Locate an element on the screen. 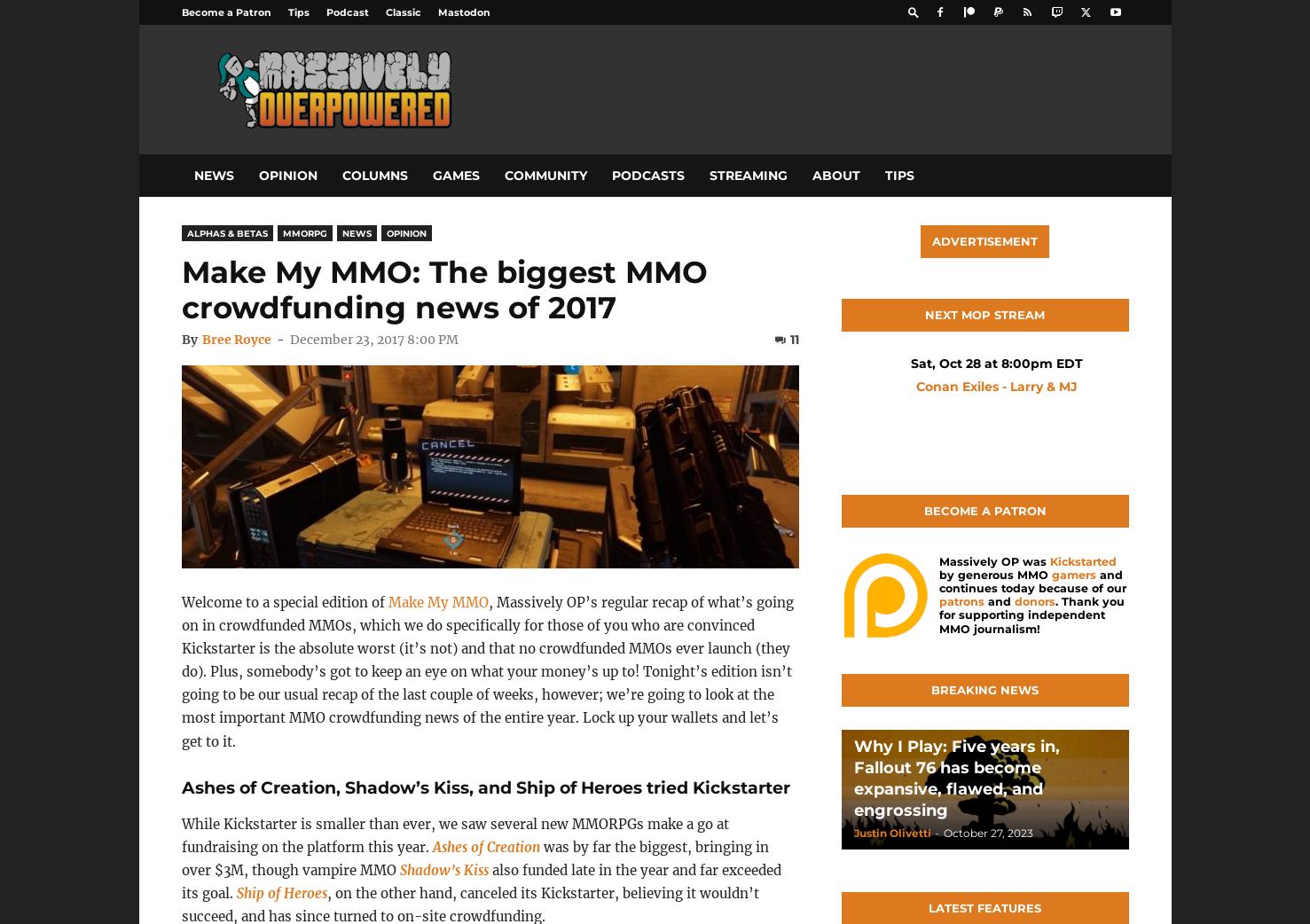 The image size is (1310, 924). 'also funded late in the year and far exceeded its goal.' is located at coordinates (480, 881).